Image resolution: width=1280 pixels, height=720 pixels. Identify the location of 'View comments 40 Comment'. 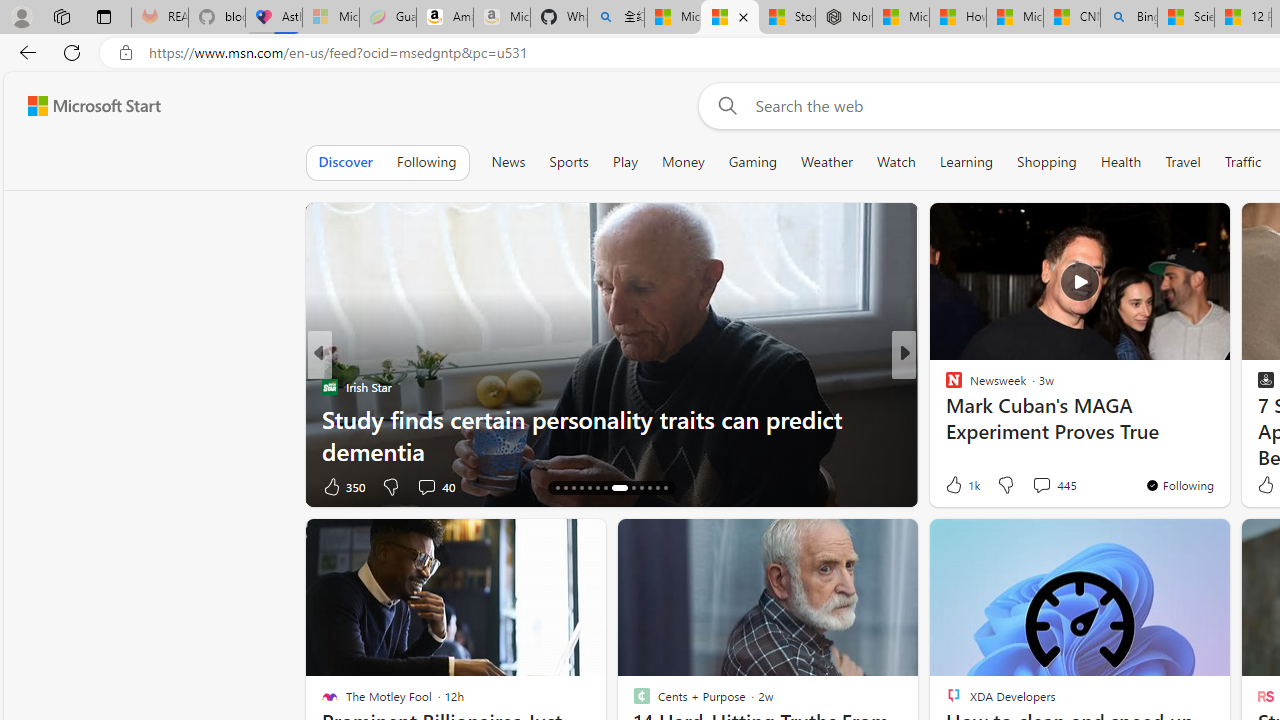
(425, 486).